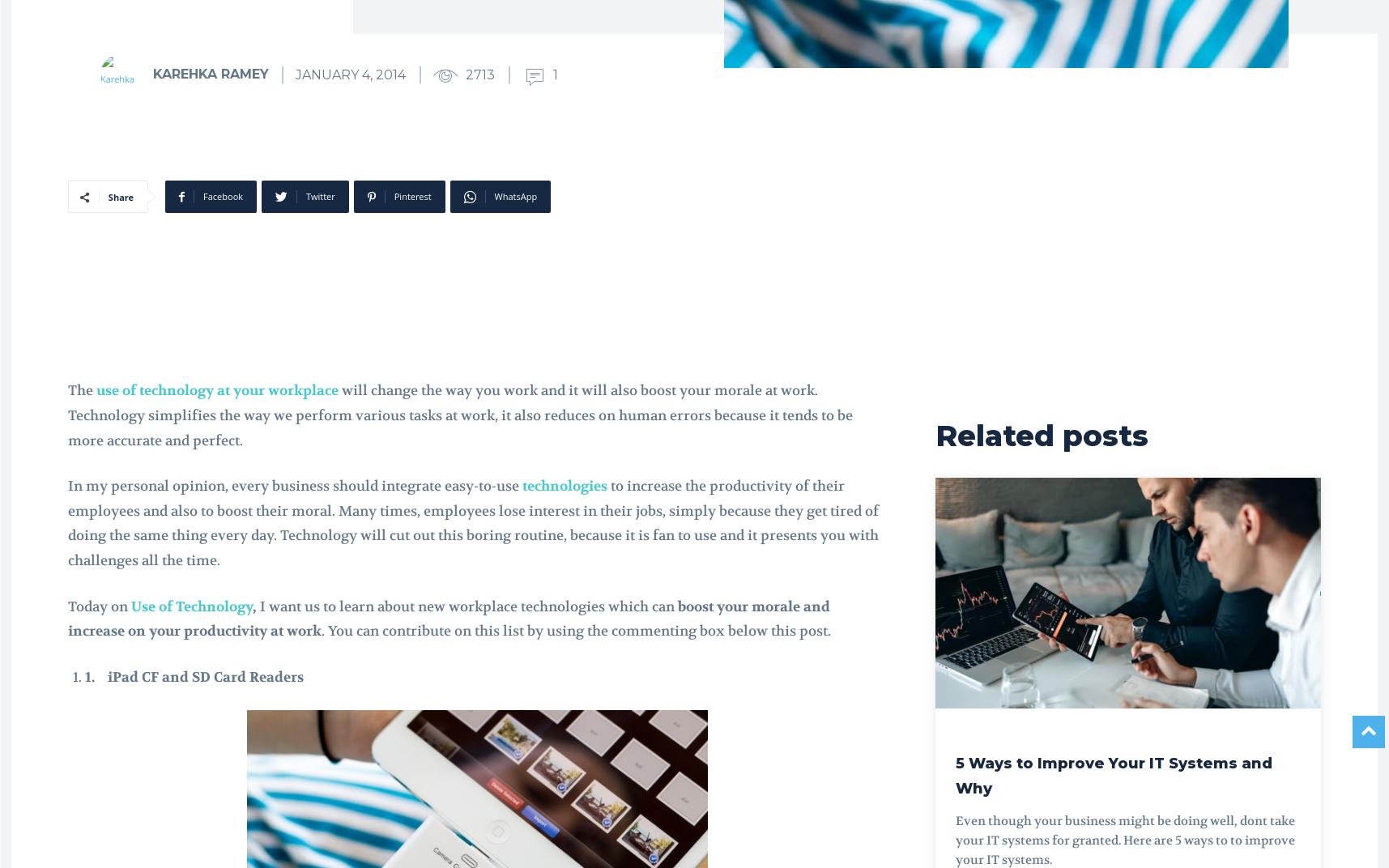  I want to click on '. You can contribute on this list by using the commenting box below this post.', so click(576, 631).